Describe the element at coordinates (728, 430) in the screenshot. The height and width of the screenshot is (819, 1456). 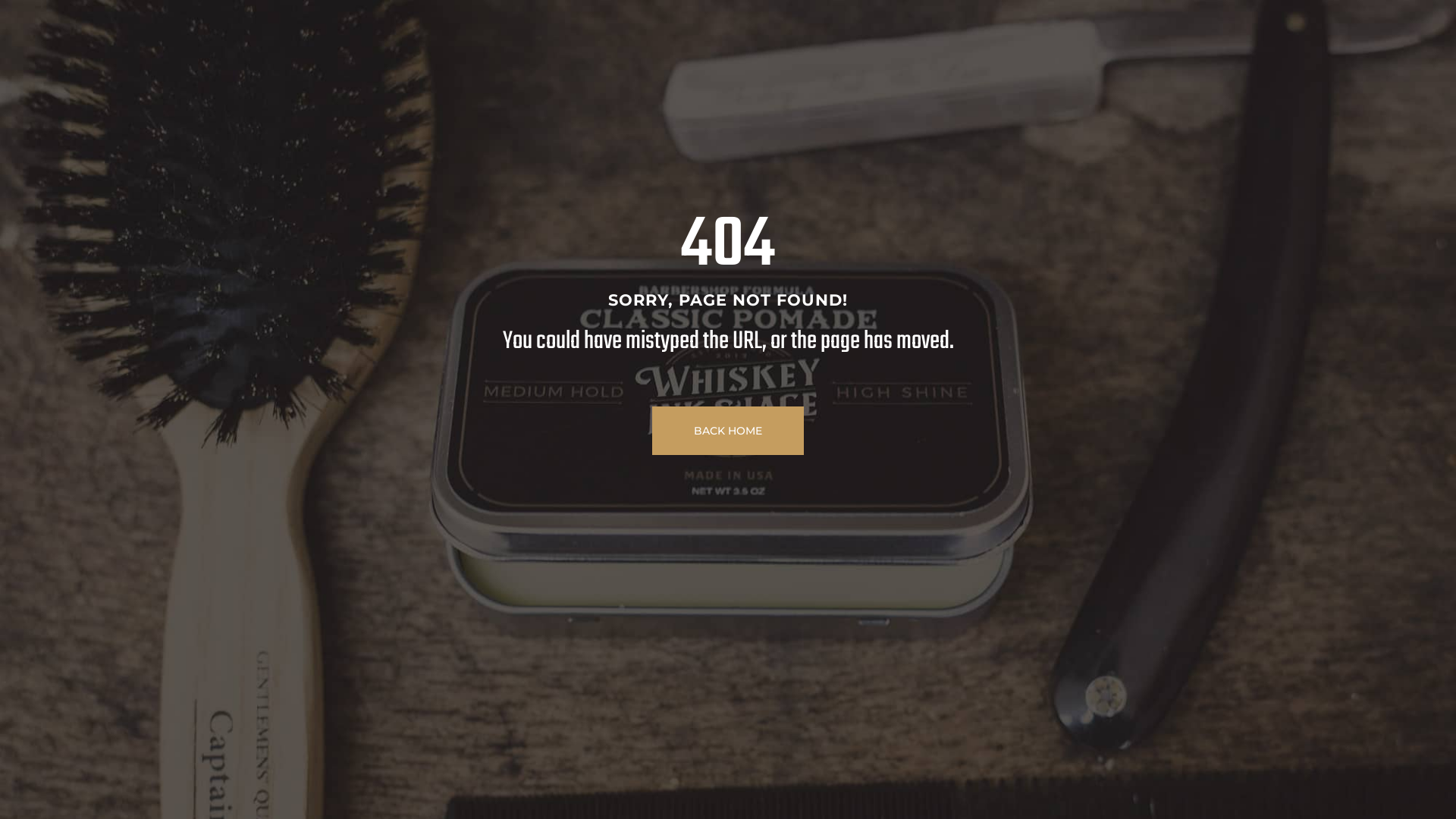
I see `'BACK HOME'` at that location.